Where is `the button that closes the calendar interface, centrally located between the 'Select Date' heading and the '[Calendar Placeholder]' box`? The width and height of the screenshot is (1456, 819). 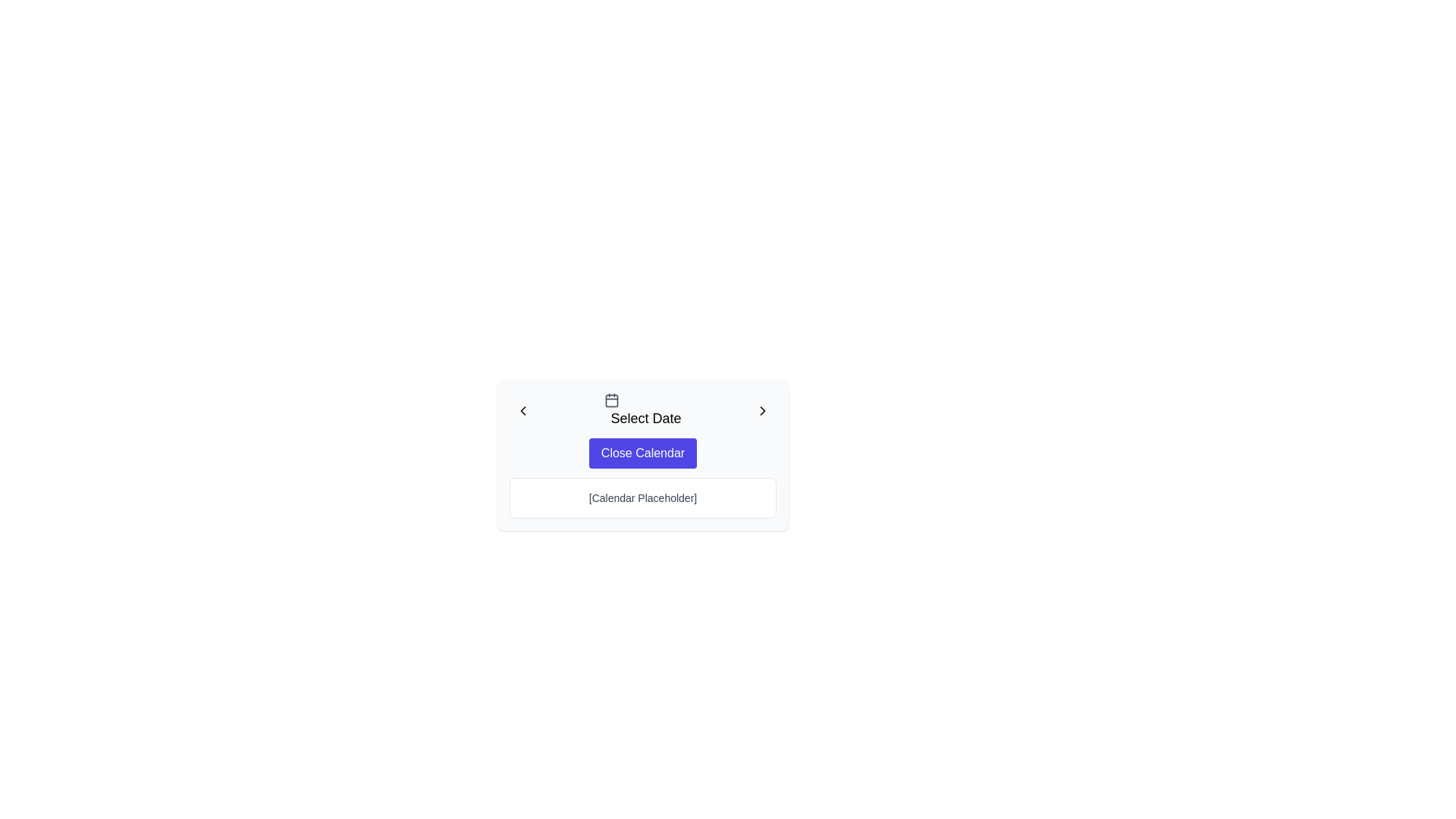
the button that closes the calendar interface, centrally located between the 'Select Date' heading and the '[Calendar Placeholder]' box is located at coordinates (643, 455).